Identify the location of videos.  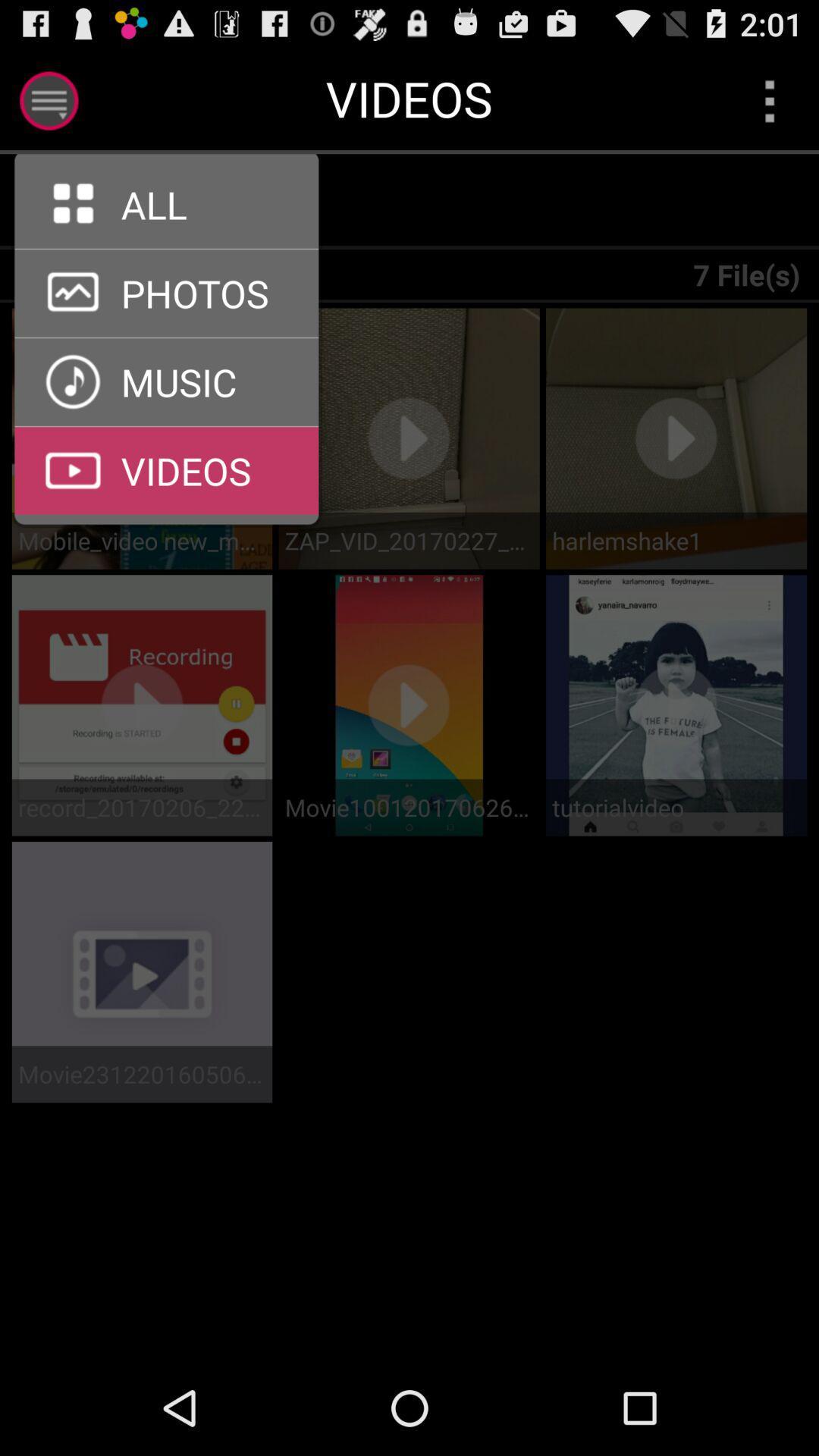
(166, 425).